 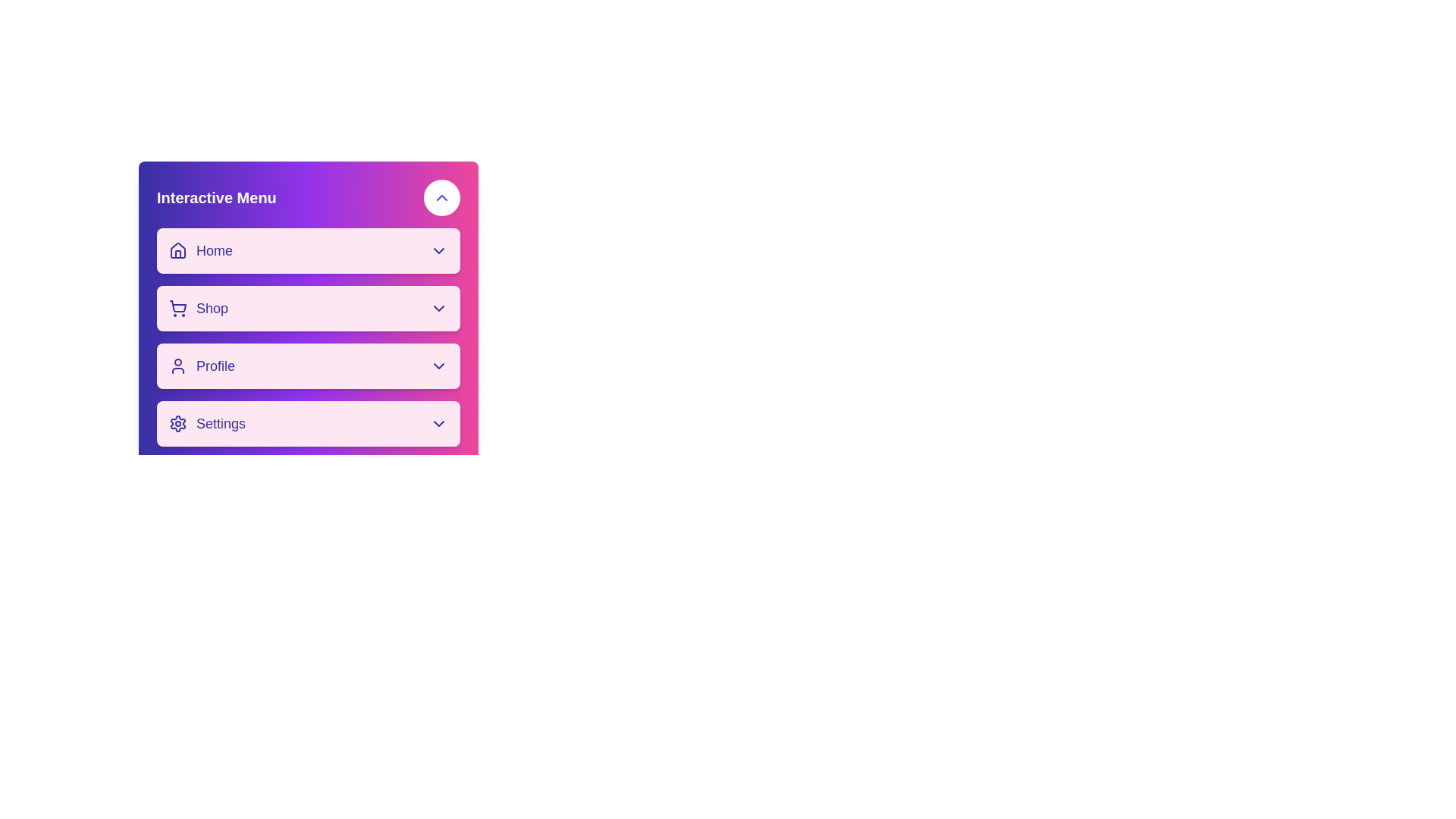 I want to click on the 'Shop' menu item, which is a shopping cart icon followed by the text 'Shop', located as the second item in the vertical list of menu options, so click(x=198, y=308).